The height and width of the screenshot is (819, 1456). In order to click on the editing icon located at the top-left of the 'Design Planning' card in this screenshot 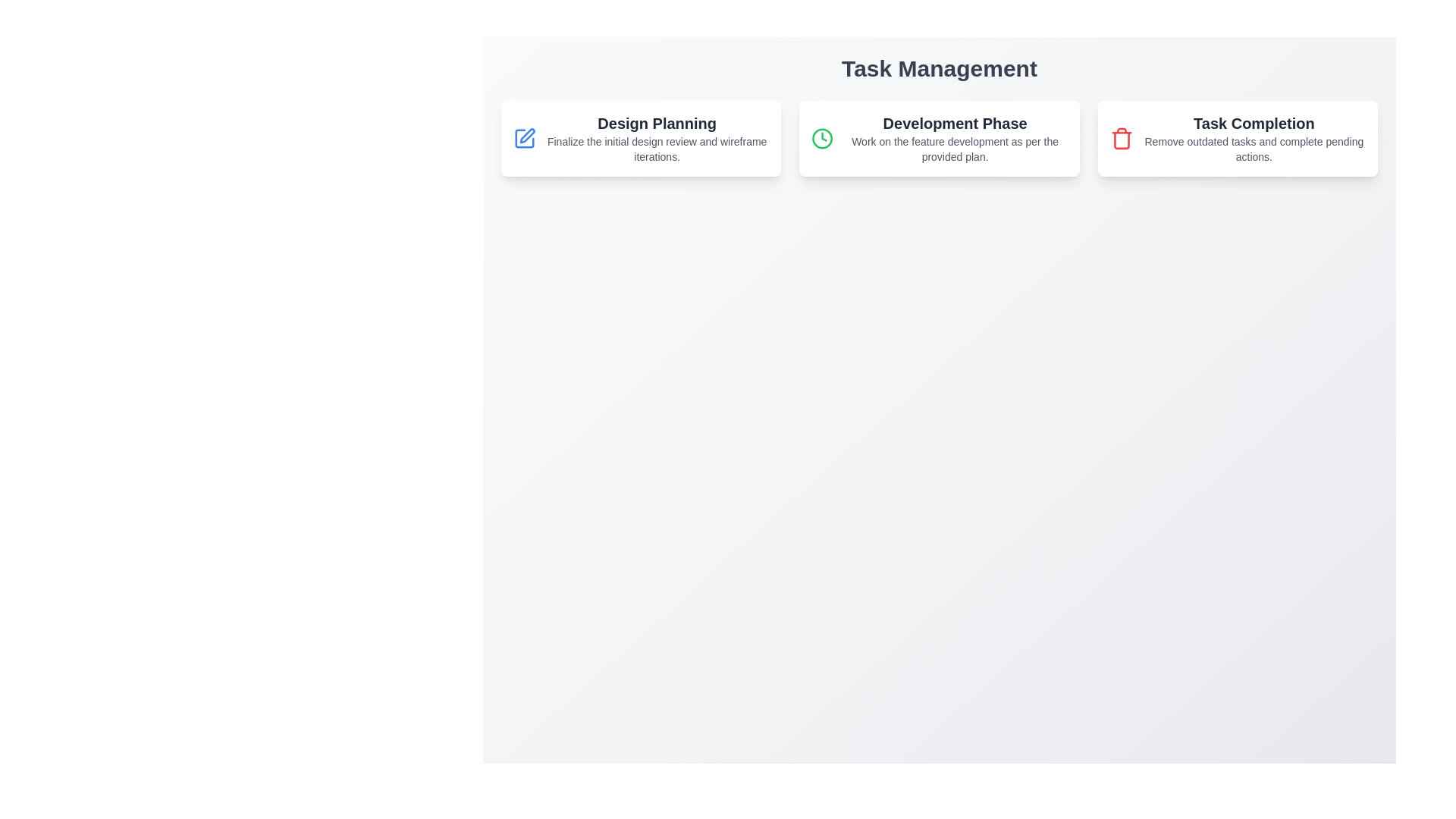, I will do `click(527, 135)`.